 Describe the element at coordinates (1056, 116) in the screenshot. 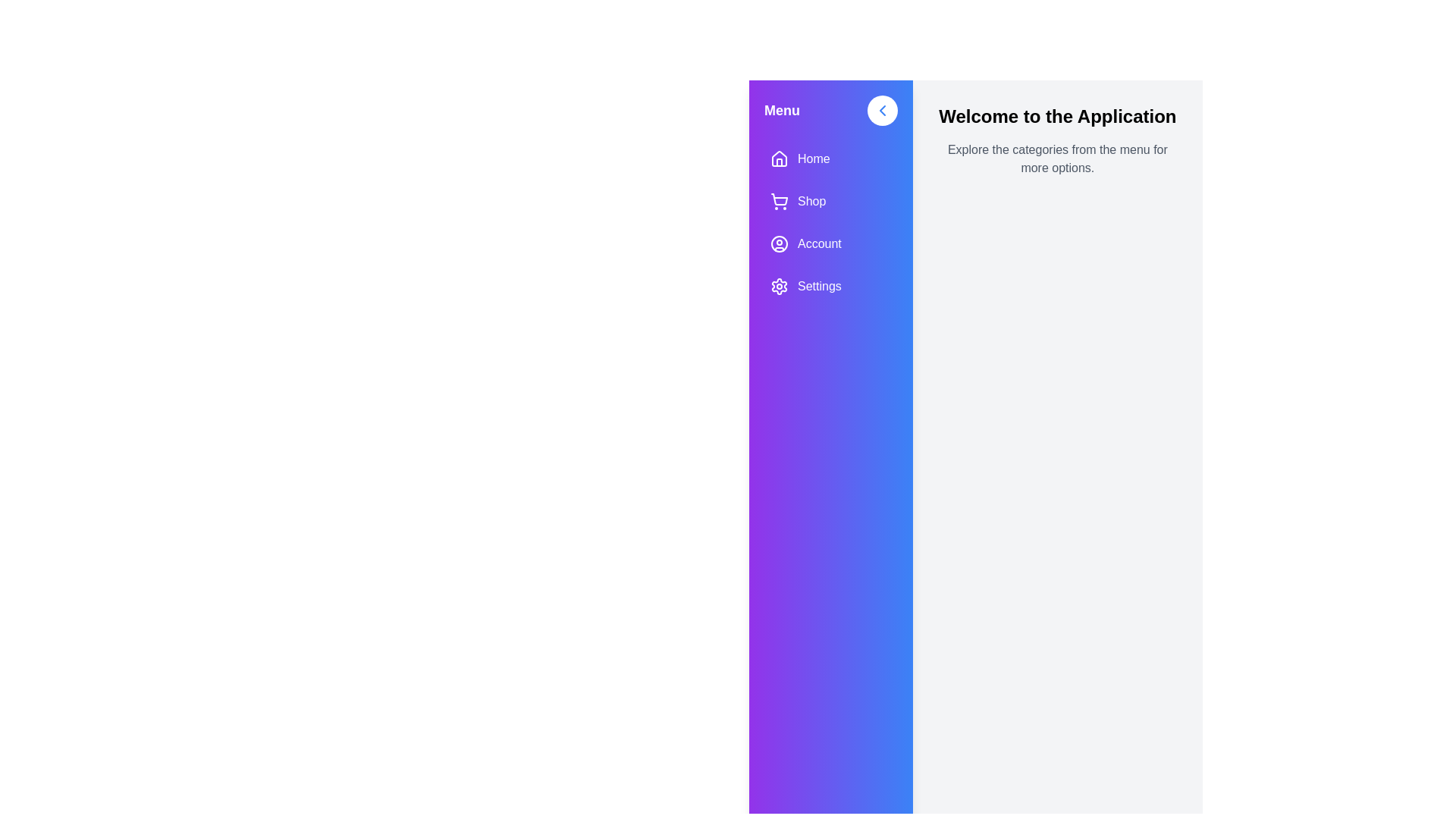

I see `the welcoming header text that greets users at the top of the main content area, above the subtitle text block` at that location.